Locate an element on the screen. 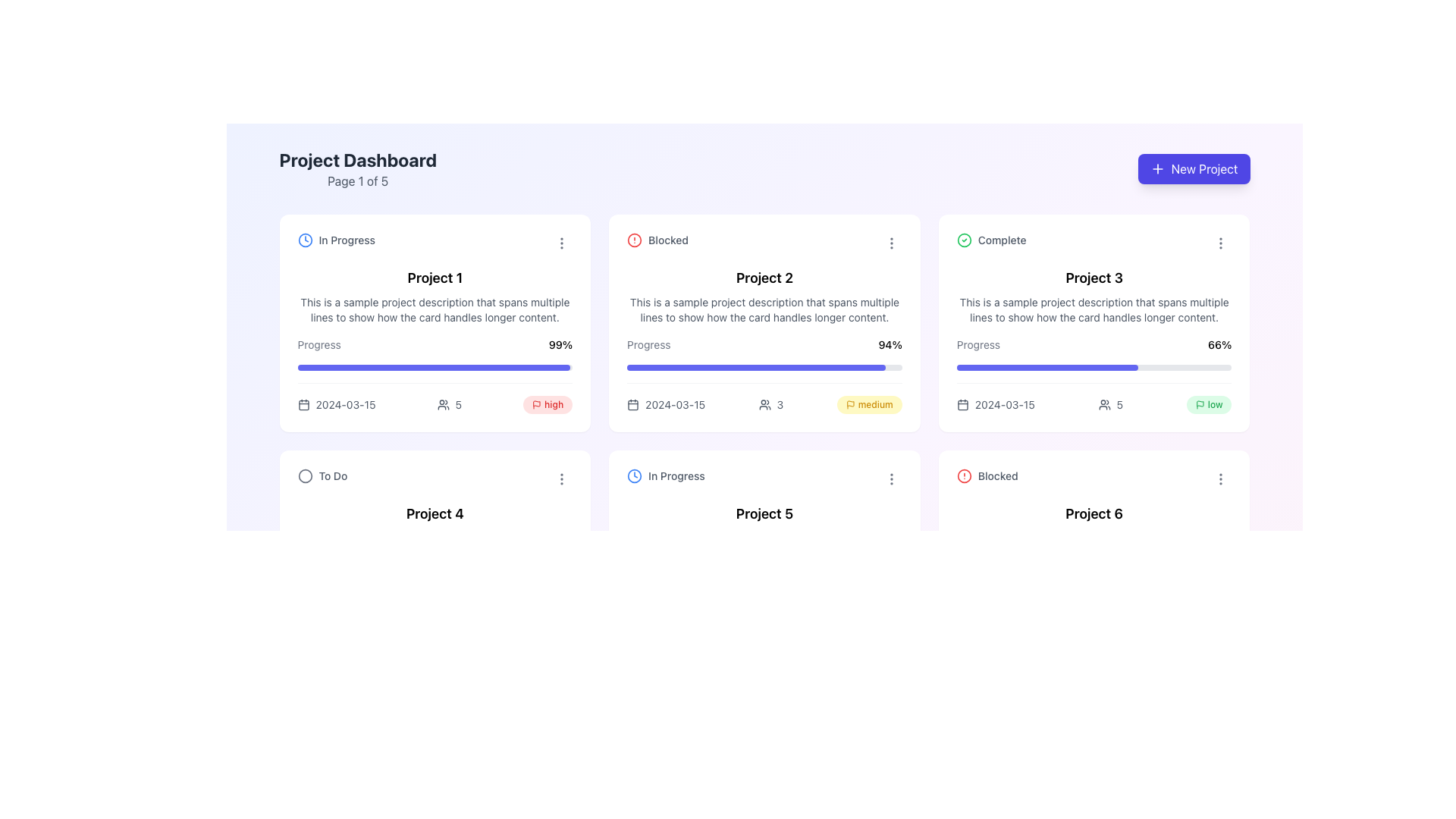 The height and width of the screenshot is (819, 1456). the status indicator located in the top-left corner of the 'Project 3' card, which visually indicates the completion status of the project with text and an icon is located at coordinates (991, 239).